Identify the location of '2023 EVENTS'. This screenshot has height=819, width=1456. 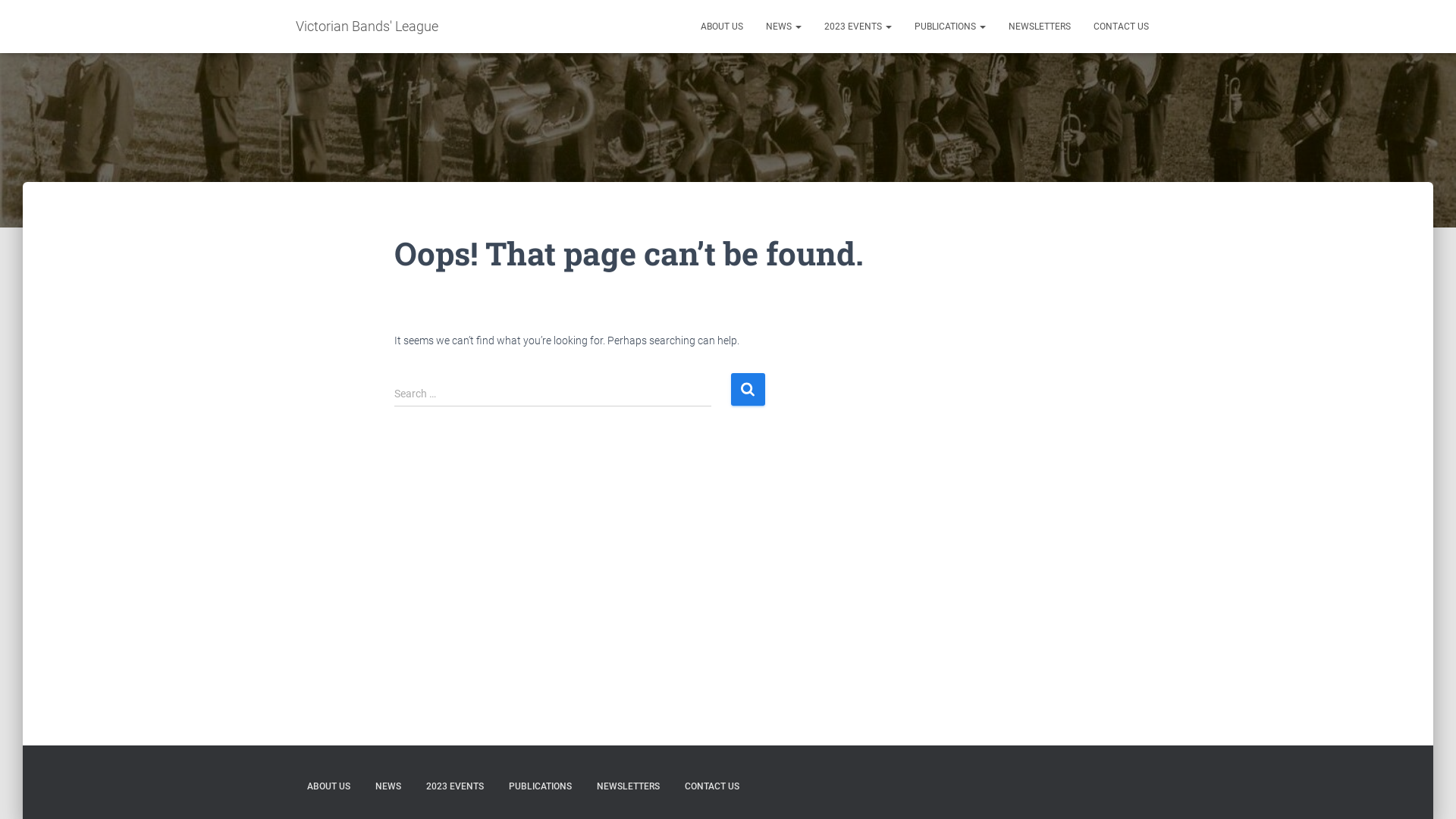
(858, 26).